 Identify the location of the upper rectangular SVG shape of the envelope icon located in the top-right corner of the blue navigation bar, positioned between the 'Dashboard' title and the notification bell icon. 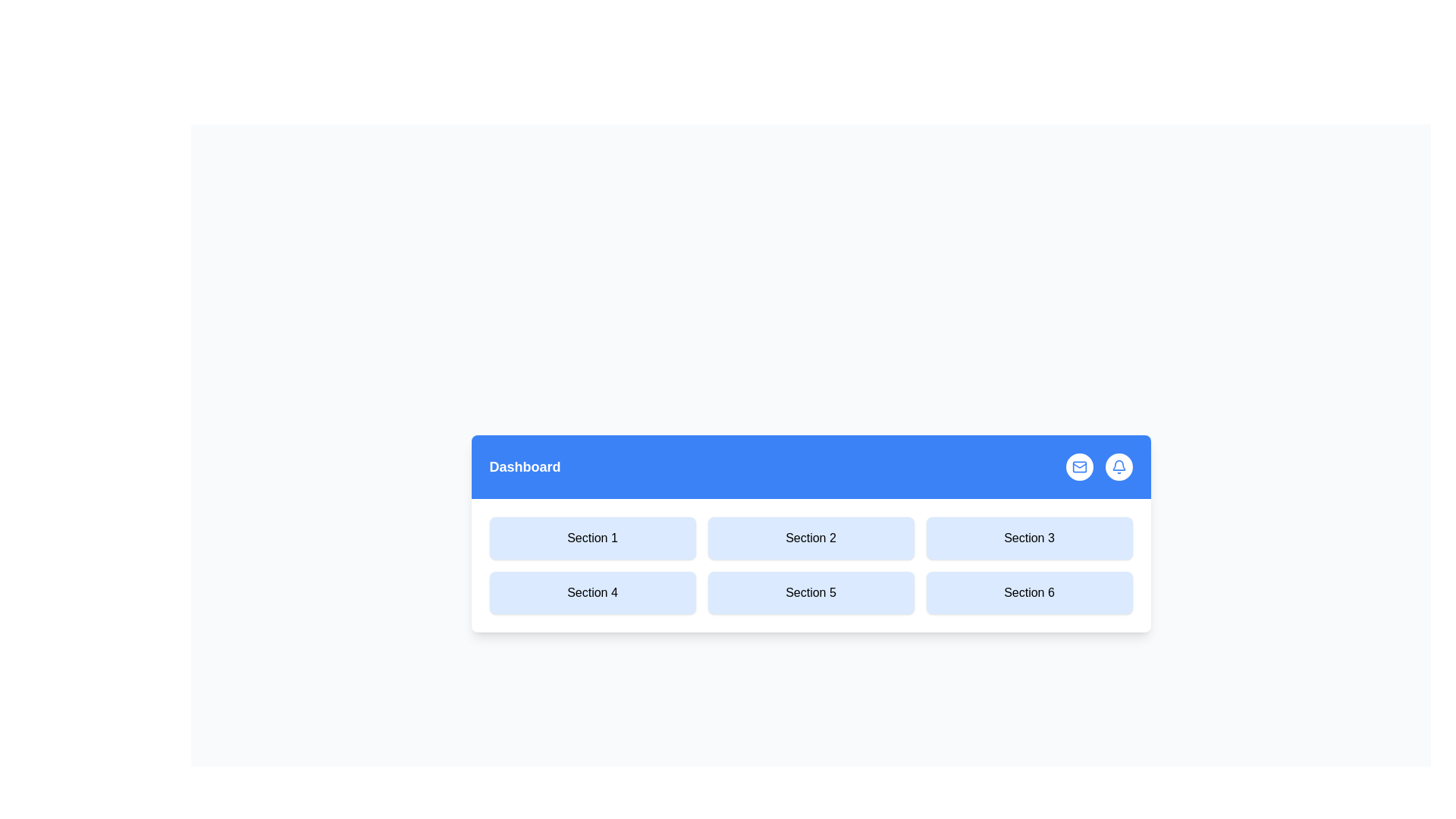
(1078, 466).